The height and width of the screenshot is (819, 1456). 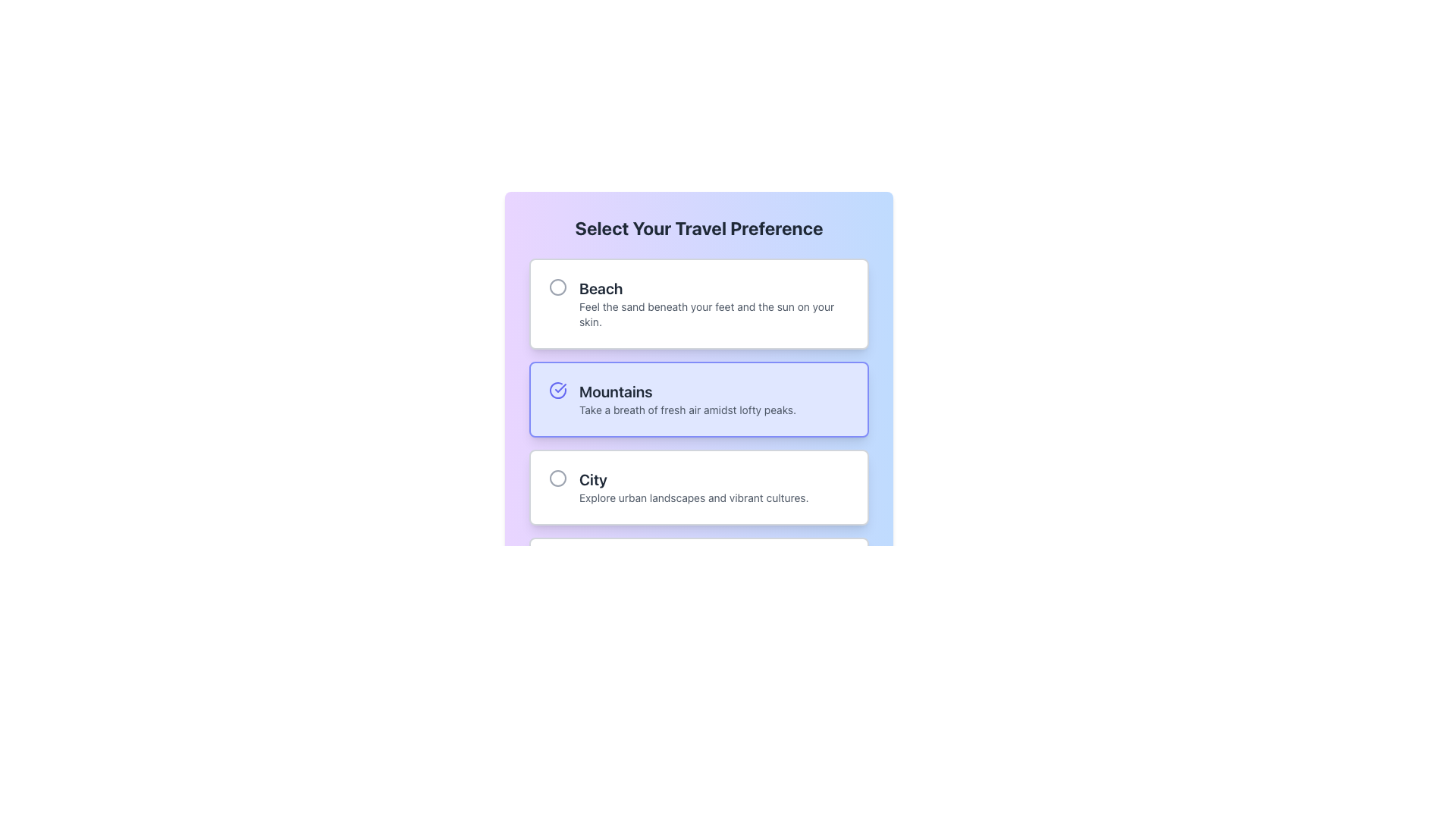 I want to click on the indigo checkmark icon located to the left of the 'Mountains' text header in the second option of the preference selection list for status feedback, so click(x=557, y=390).